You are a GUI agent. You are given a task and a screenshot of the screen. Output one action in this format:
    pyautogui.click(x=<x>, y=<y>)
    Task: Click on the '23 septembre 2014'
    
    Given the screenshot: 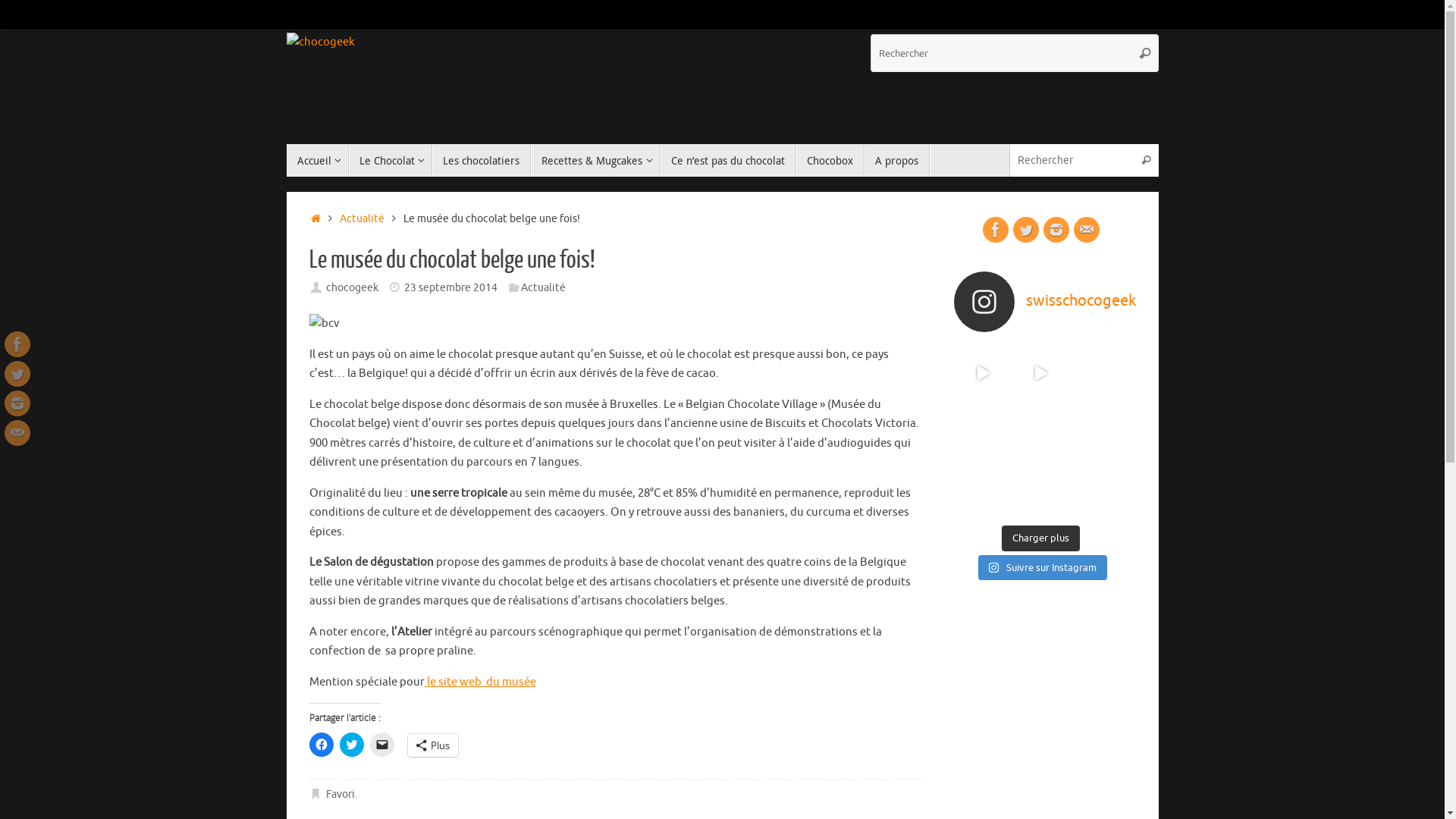 What is the action you would take?
    pyautogui.click(x=450, y=287)
    